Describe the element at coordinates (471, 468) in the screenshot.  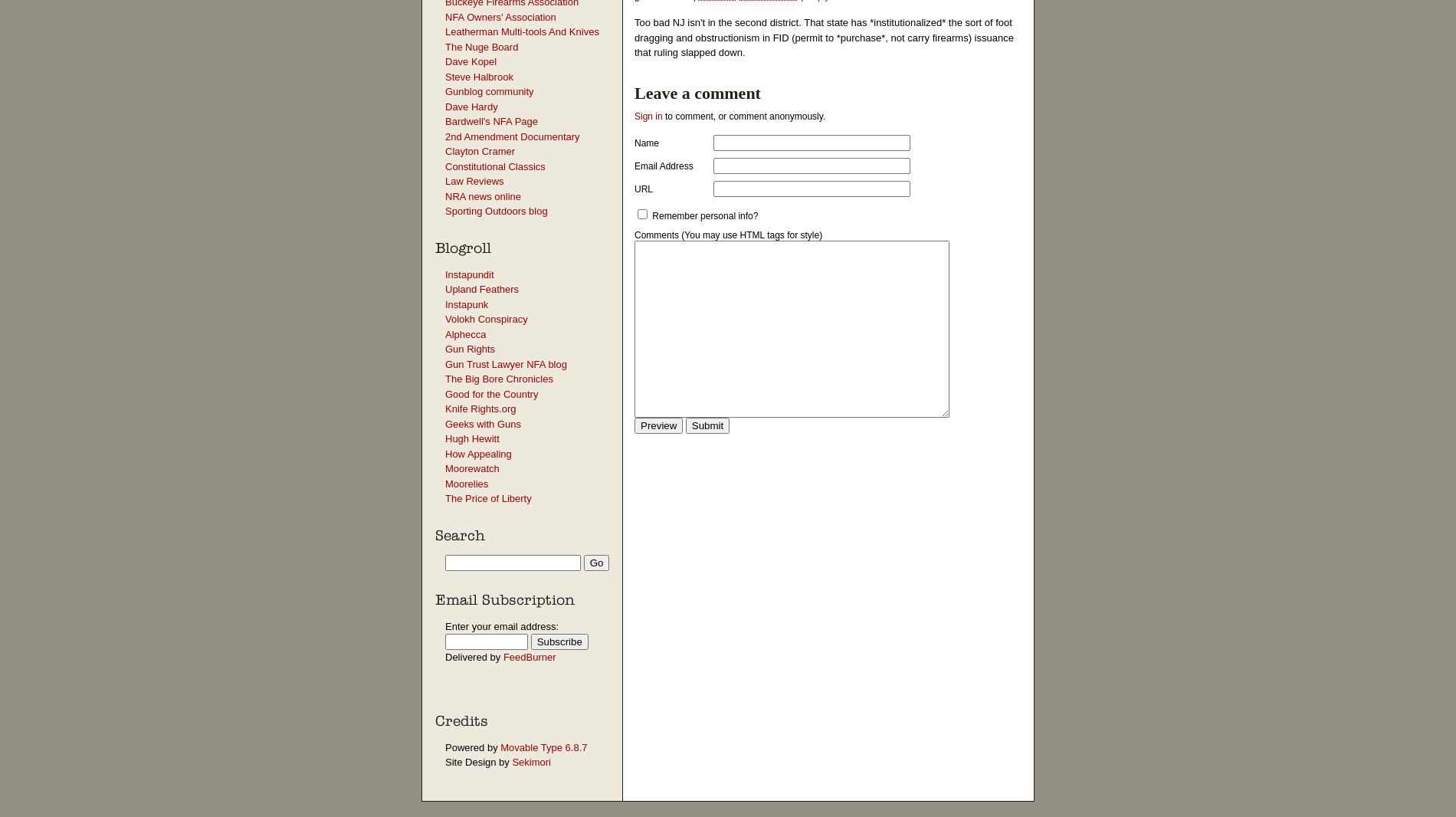
I see `'Moorewatch'` at that location.